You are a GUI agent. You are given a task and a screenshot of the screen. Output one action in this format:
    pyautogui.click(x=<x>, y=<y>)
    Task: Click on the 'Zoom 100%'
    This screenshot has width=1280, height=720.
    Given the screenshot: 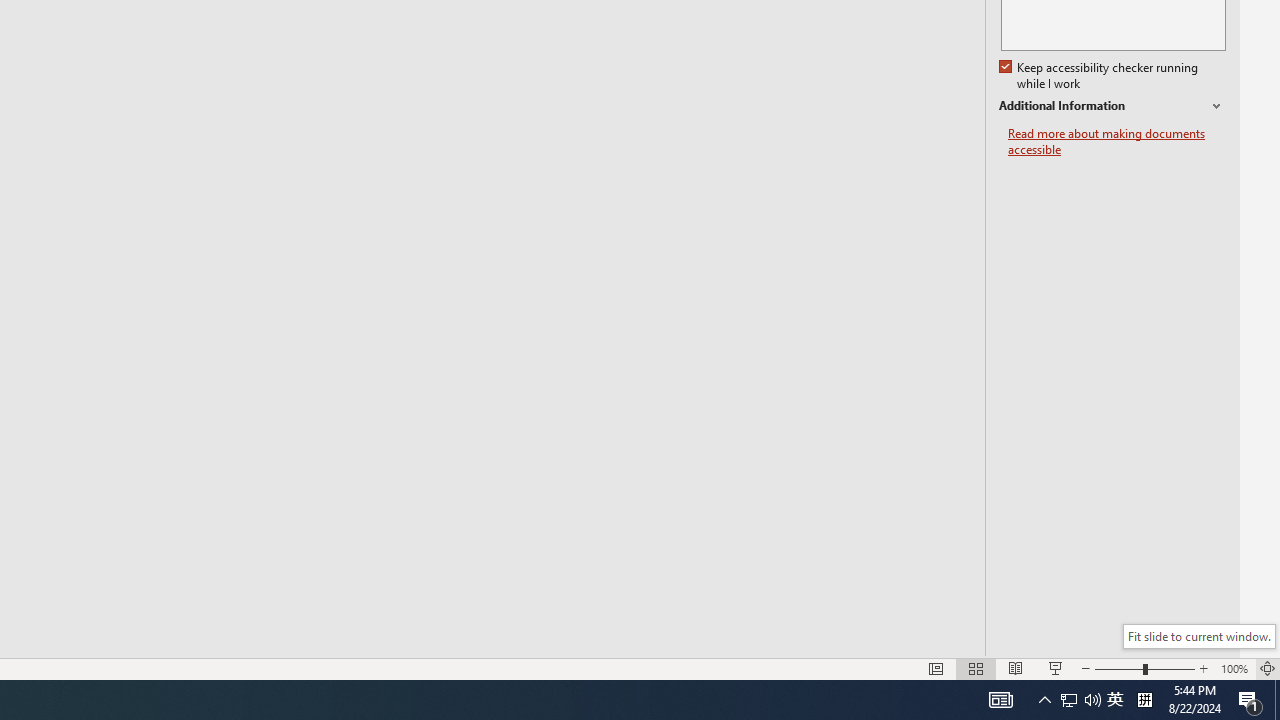 What is the action you would take?
    pyautogui.click(x=1233, y=669)
    